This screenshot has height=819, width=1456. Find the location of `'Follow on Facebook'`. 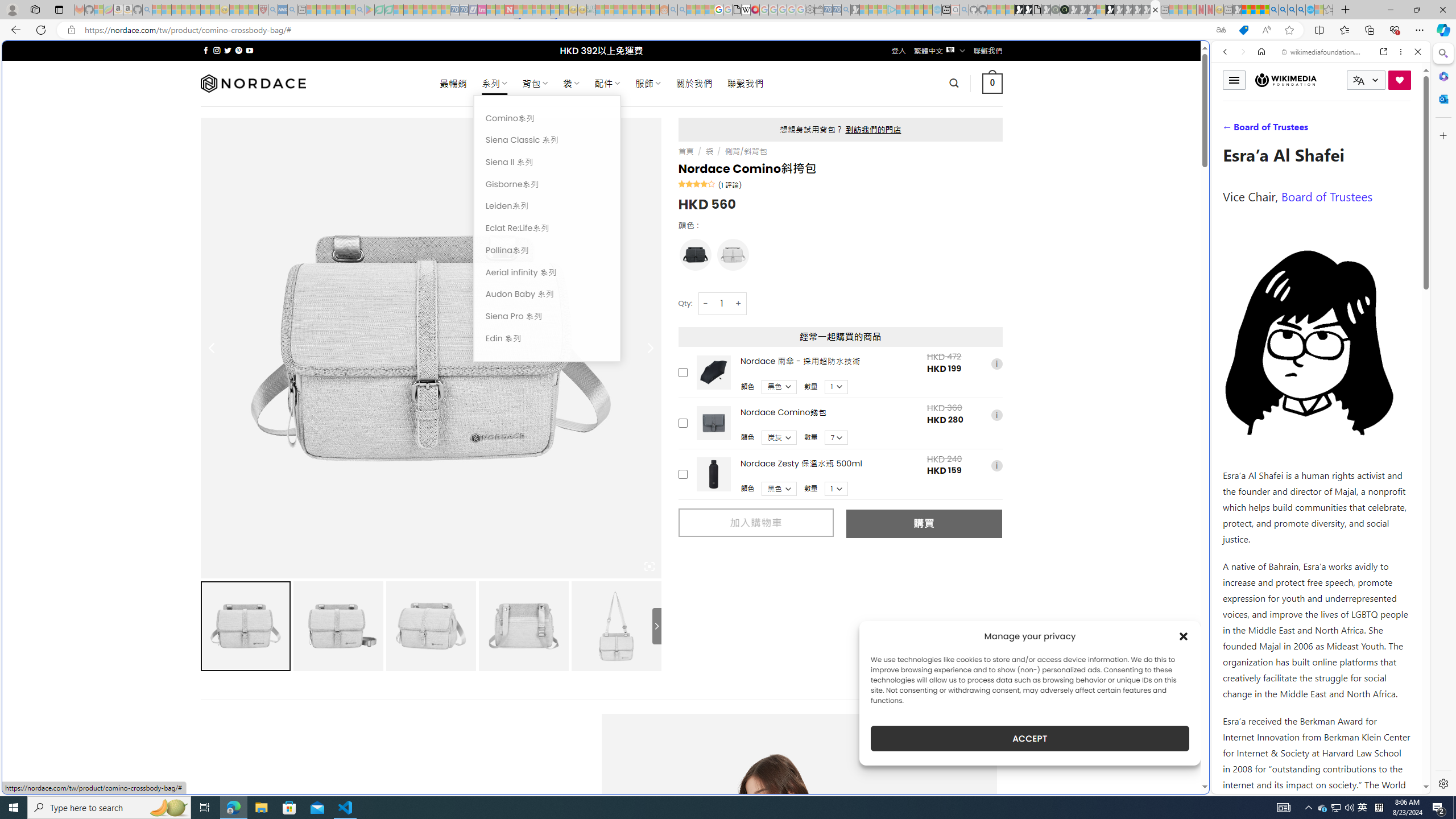

'Follow on Facebook' is located at coordinates (206, 50).